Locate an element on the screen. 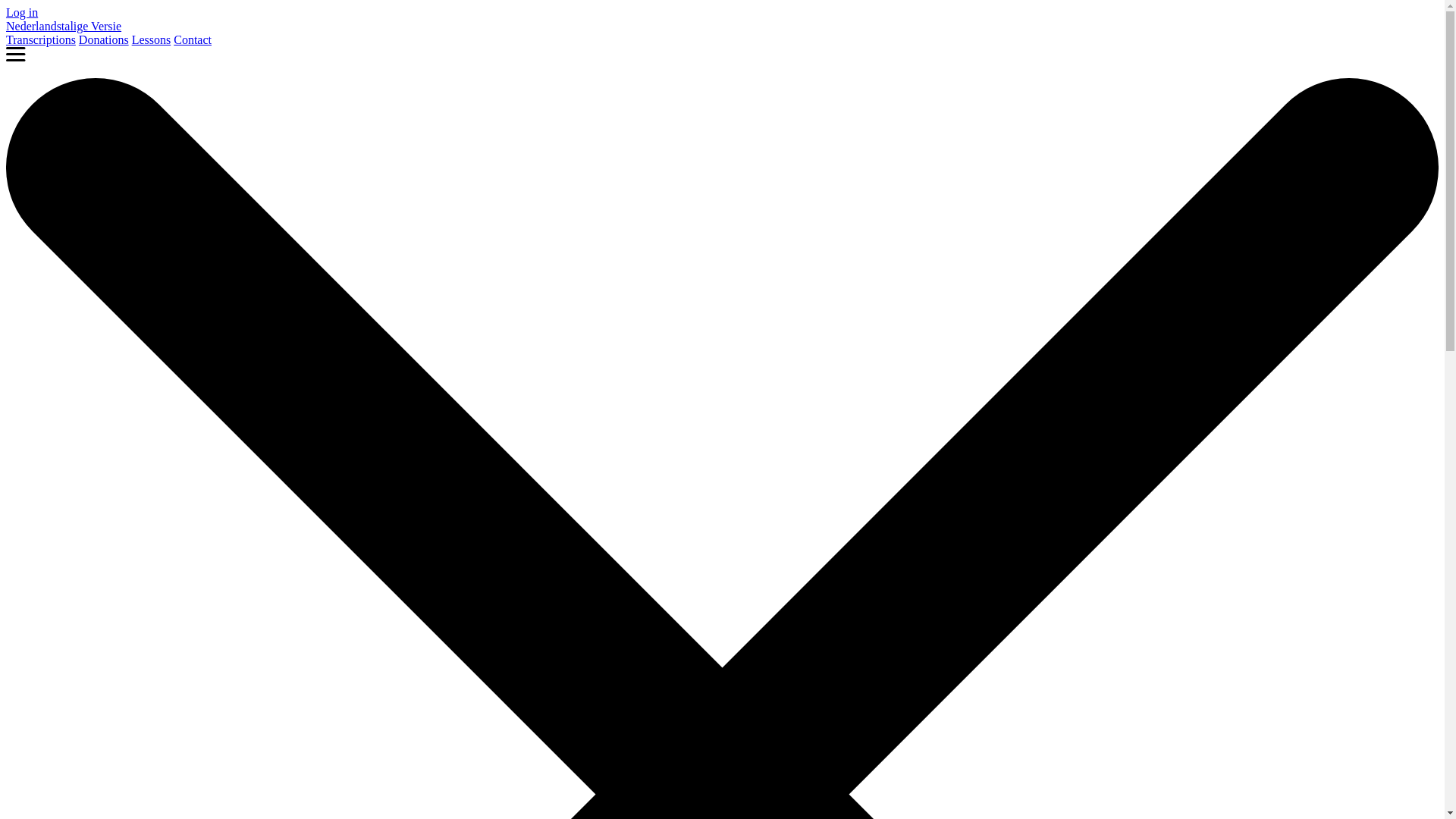 Image resolution: width=1456 pixels, height=819 pixels. 'Transcriptions' is located at coordinates (40, 39).